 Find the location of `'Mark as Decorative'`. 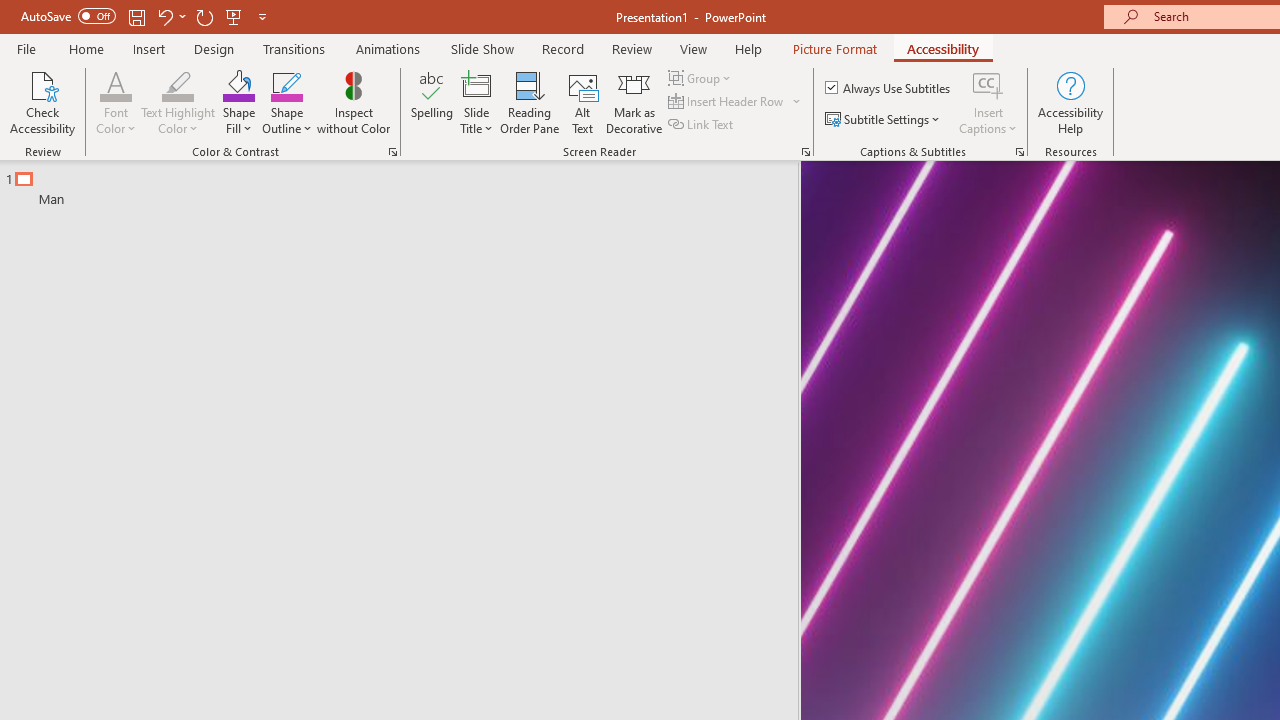

'Mark as Decorative' is located at coordinates (633, 103).